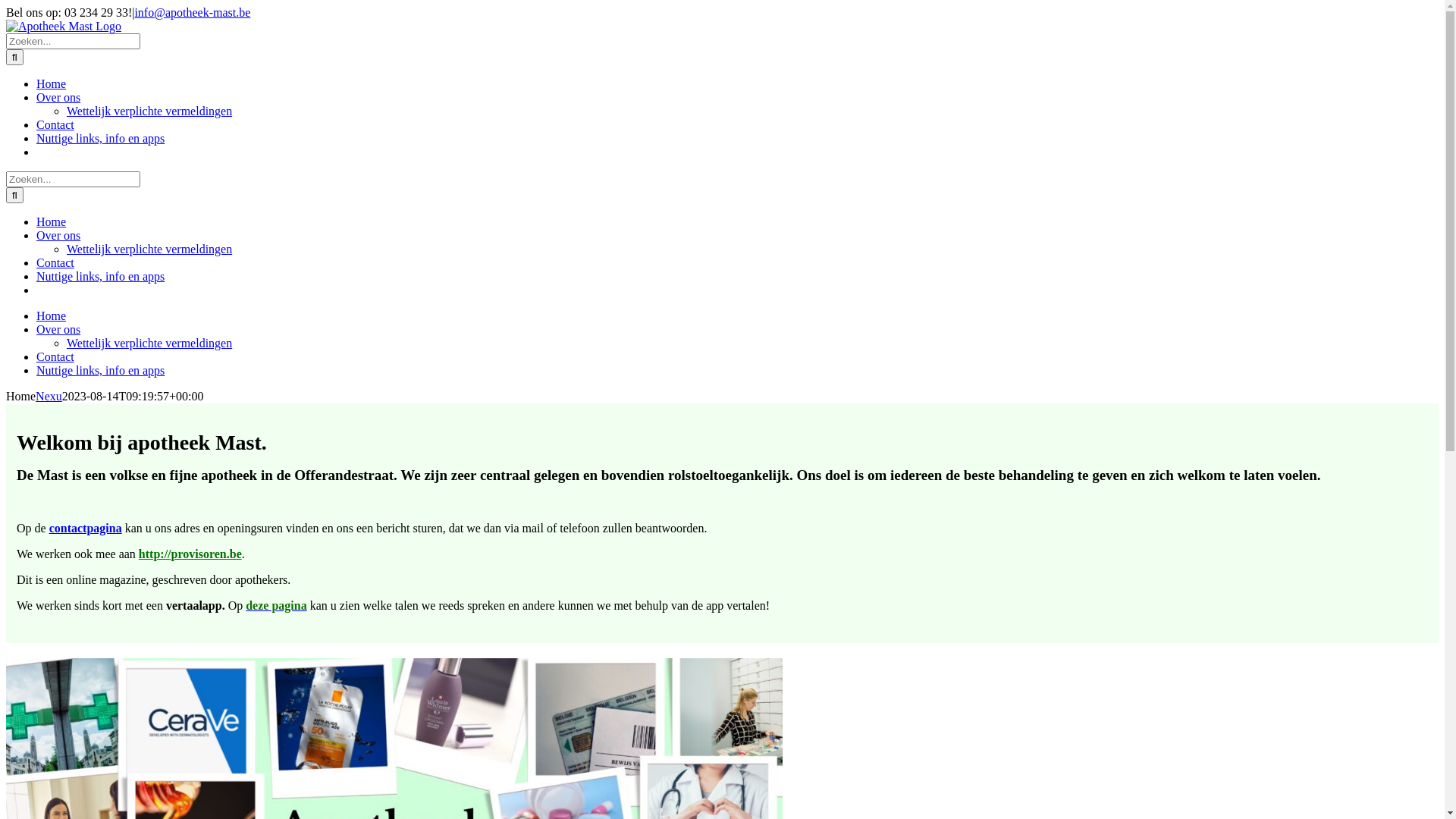  I want to click on 'Nuttige links, info en apps', so click(99, 138).